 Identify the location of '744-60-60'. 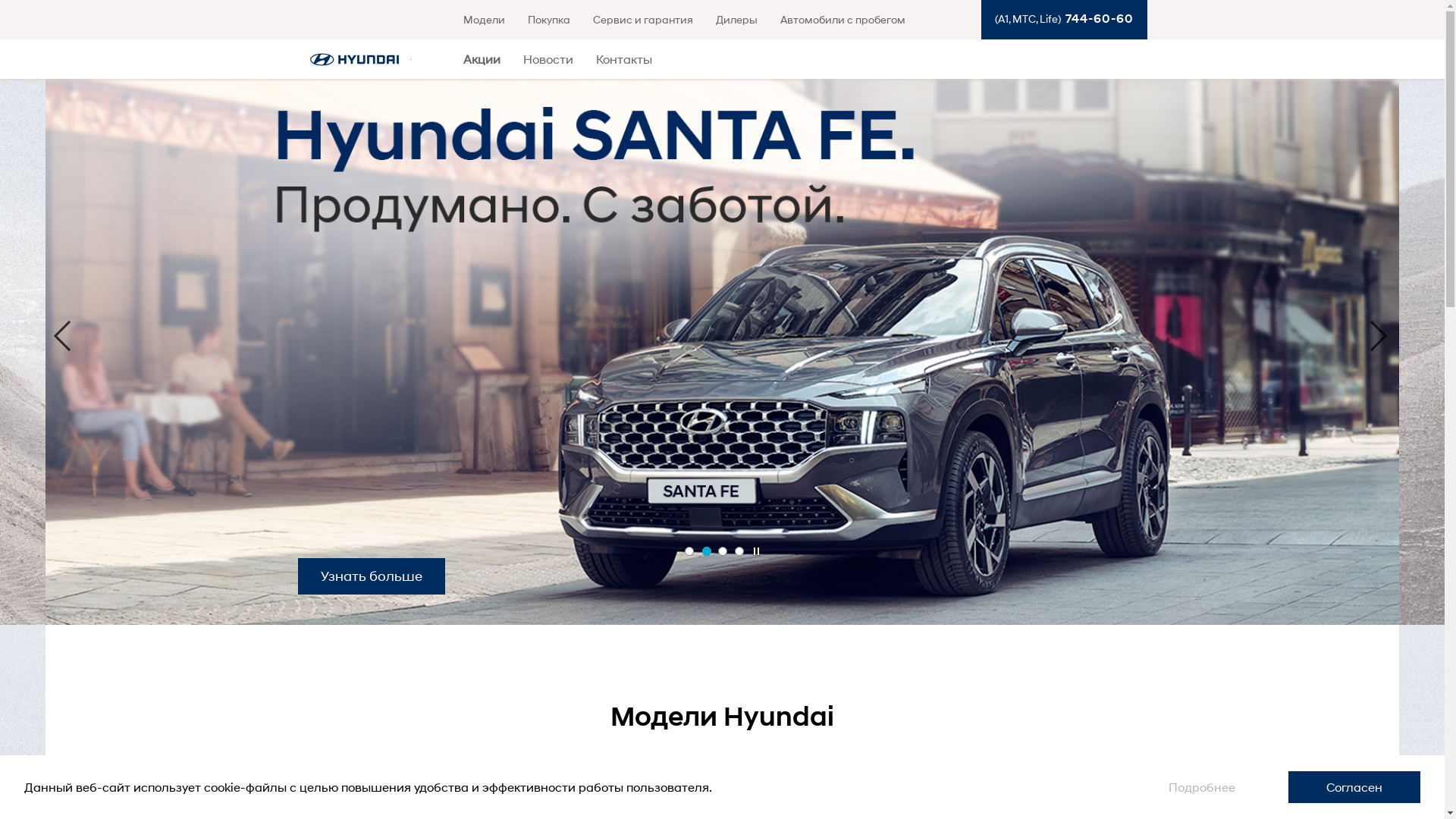
(1096, 18).